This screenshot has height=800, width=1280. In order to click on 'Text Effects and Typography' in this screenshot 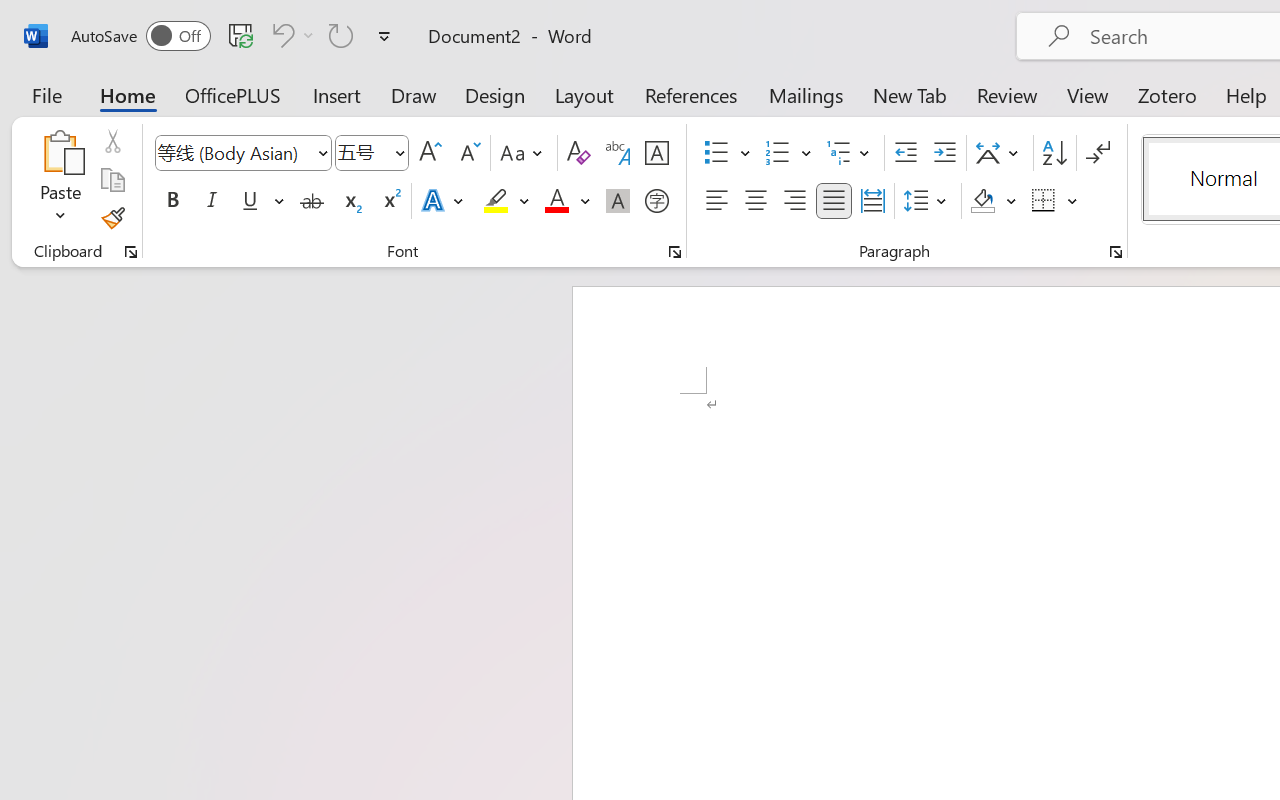, I will do `click(443, 201)`.